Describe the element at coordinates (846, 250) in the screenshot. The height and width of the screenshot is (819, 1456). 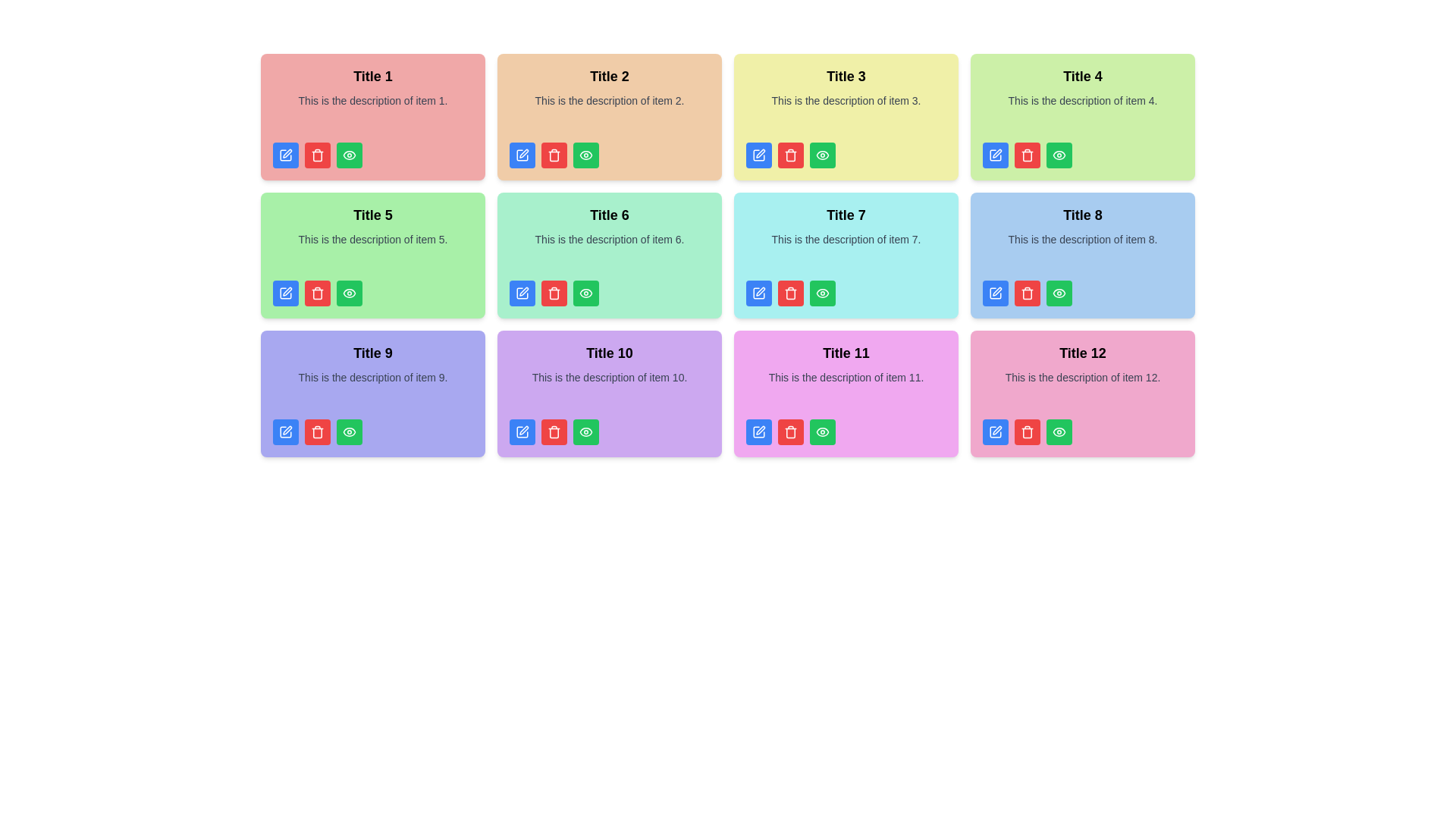
I see `description text located in the second row, third column of the grid layout, underneath the title 'Title 7'` at that location.